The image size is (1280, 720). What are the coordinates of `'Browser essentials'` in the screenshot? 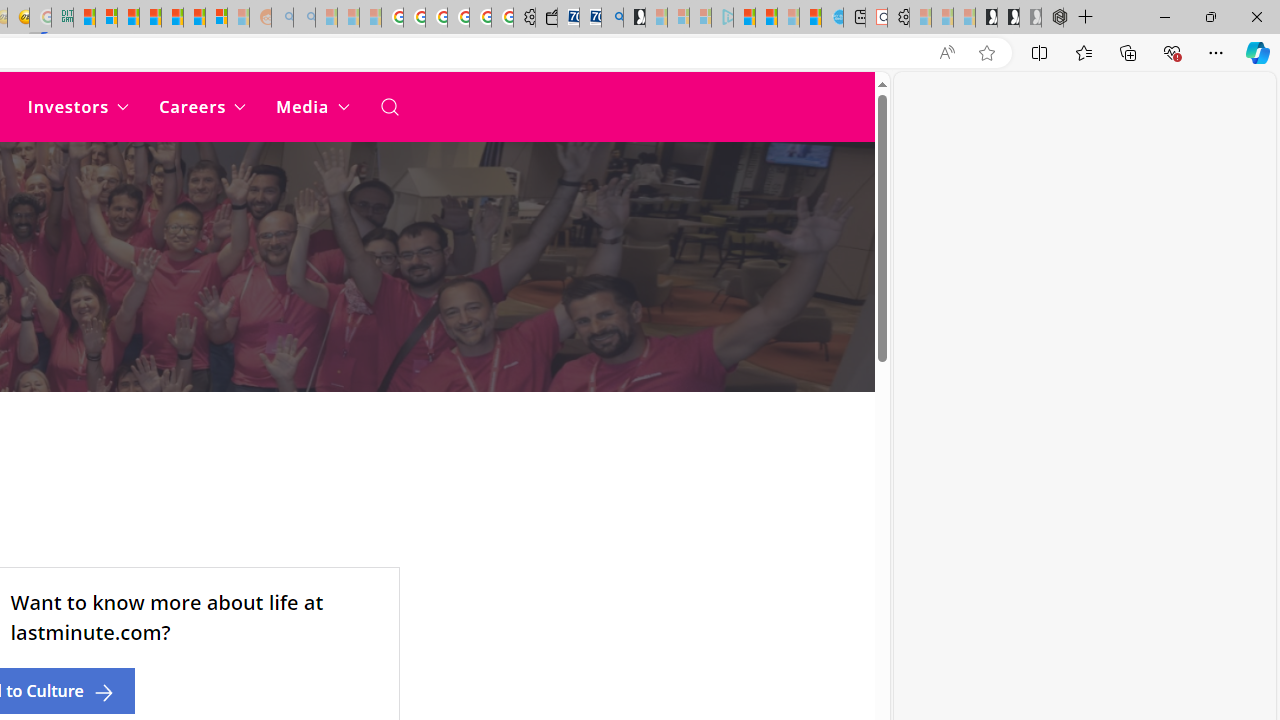 It's located at (1171, 51).